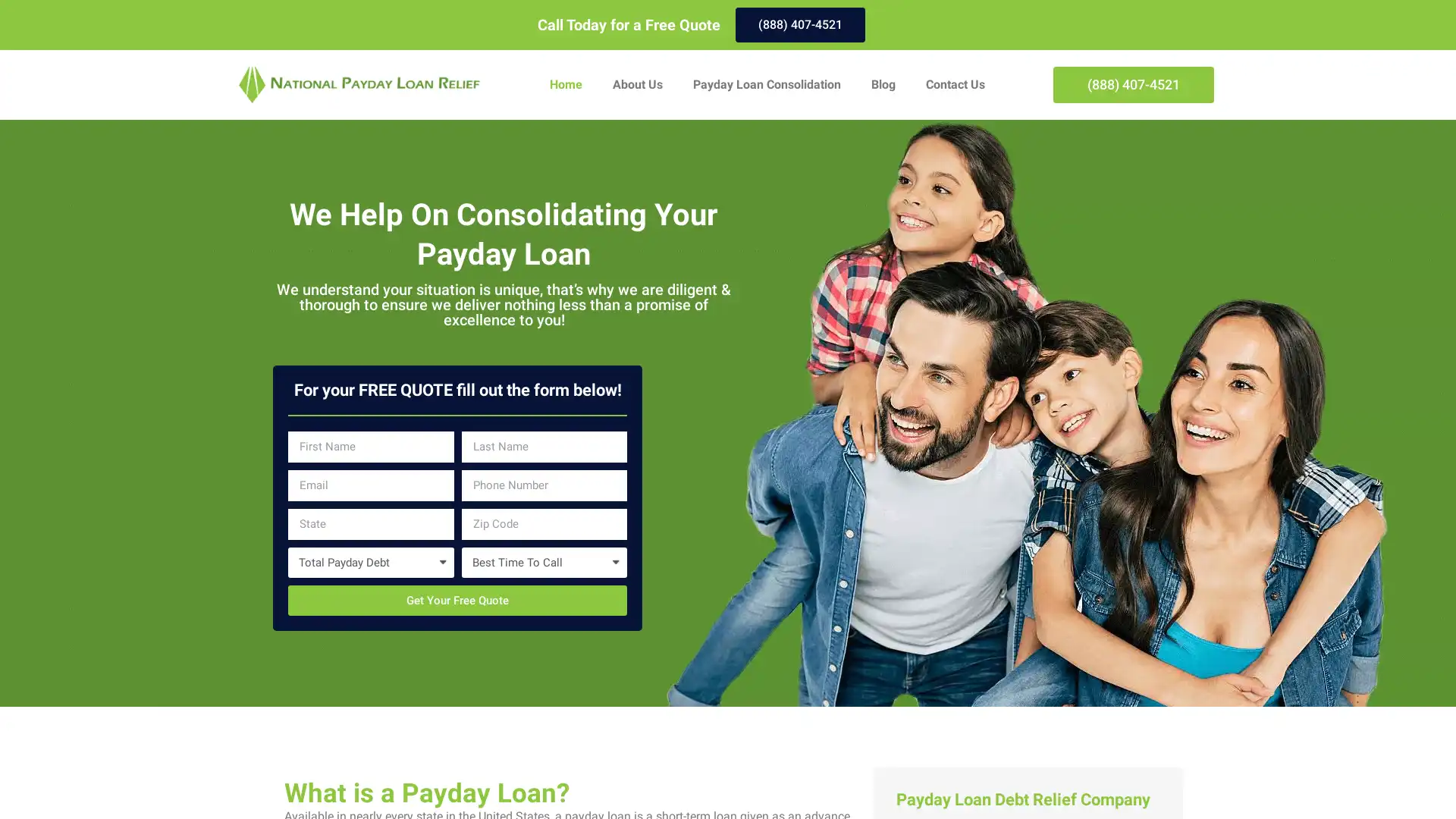 This screenshot has height=819, width=1456. I want to click on (888) 407-4521, so click(799, 25).